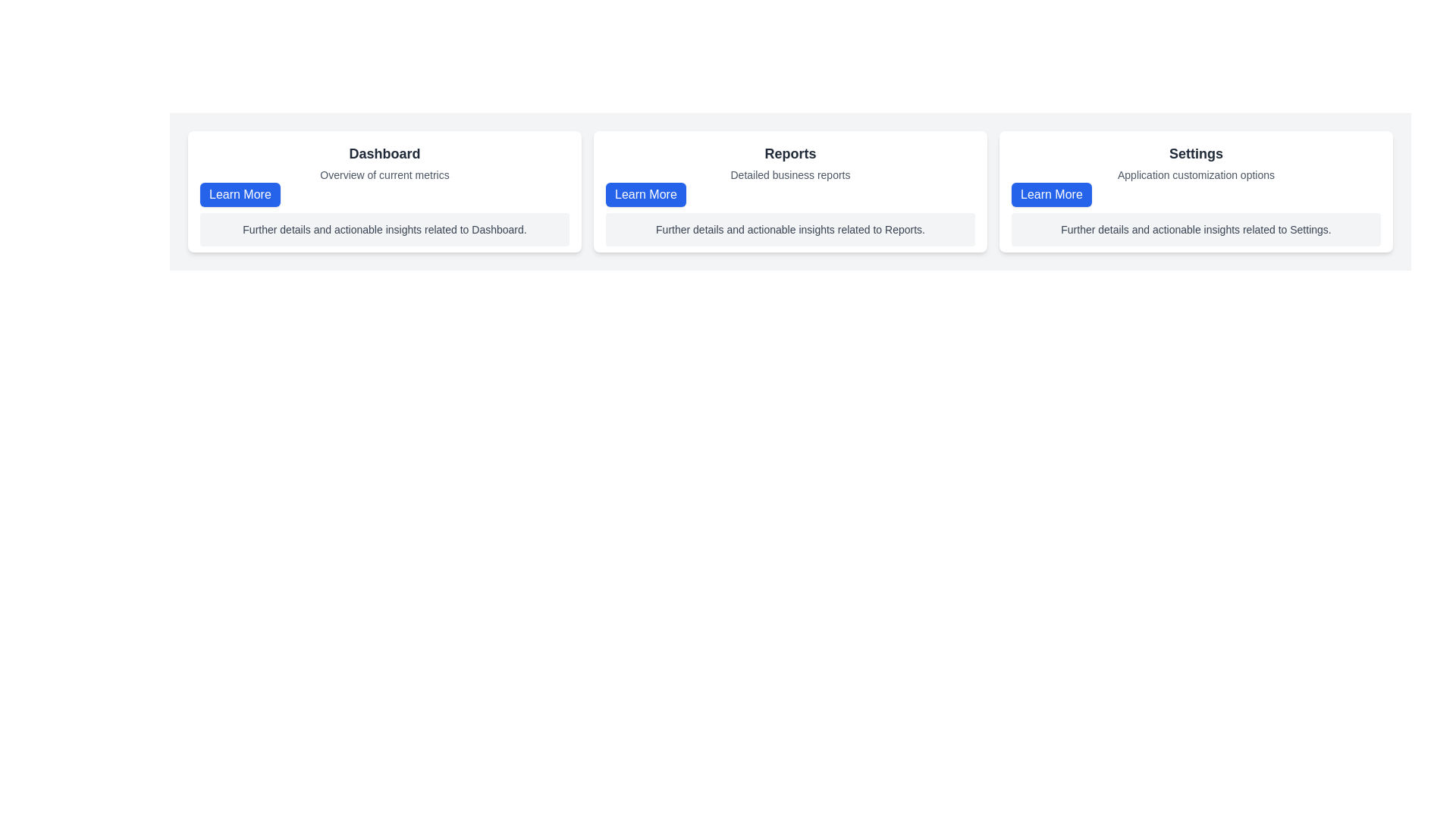  What do you see at coordinates (789, 230) in the screenshot?
I see `the descriptive text block located at the bottom section of the card layout, which provides supplementary information related to the 'Reports' section` at bounding box center [789, 230].